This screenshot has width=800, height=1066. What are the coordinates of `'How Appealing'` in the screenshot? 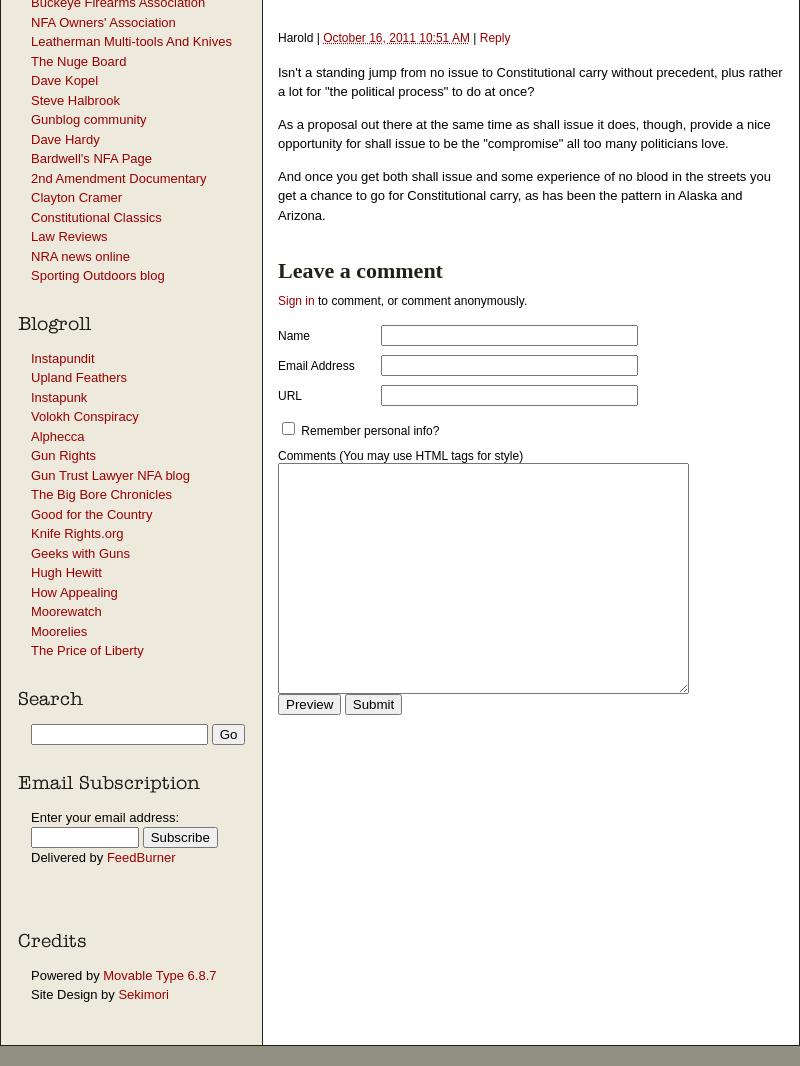 It's located at (30, 590).